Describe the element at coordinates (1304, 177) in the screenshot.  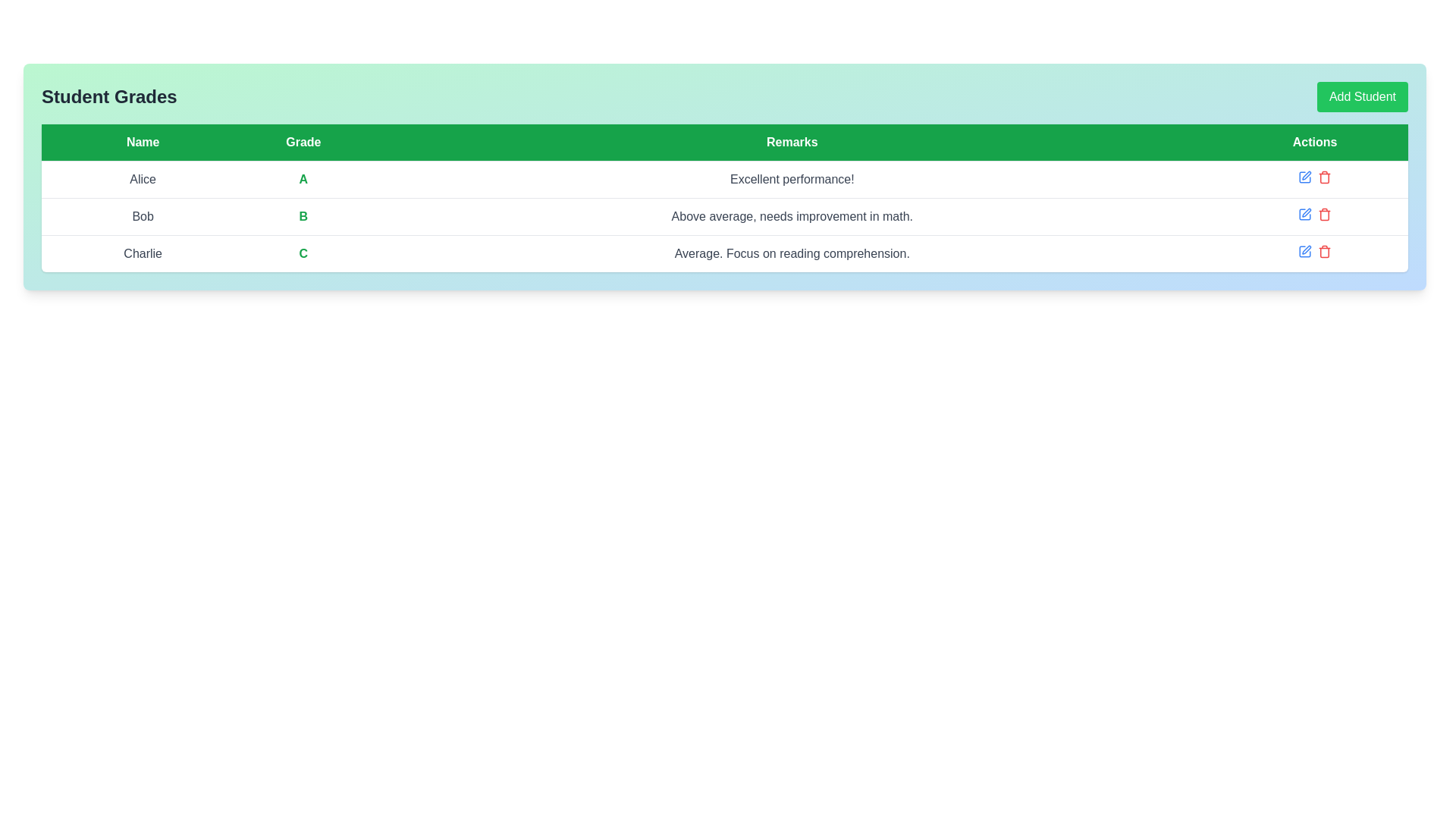
I see `the edit icon represented by a square with a pen symbol in the 'Actions' column for the student Alice` at that location.